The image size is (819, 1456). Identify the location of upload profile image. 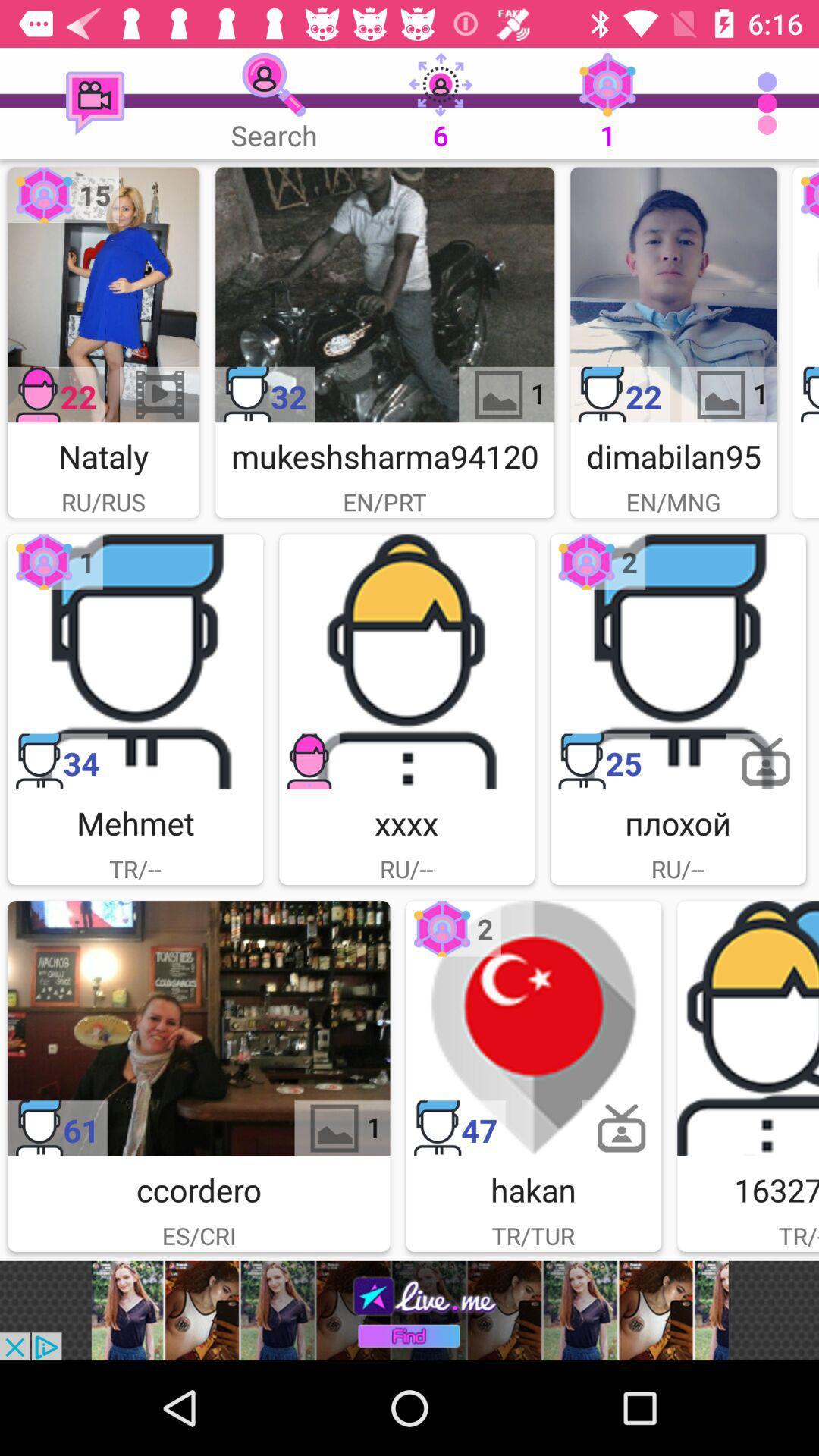
(406, 661).